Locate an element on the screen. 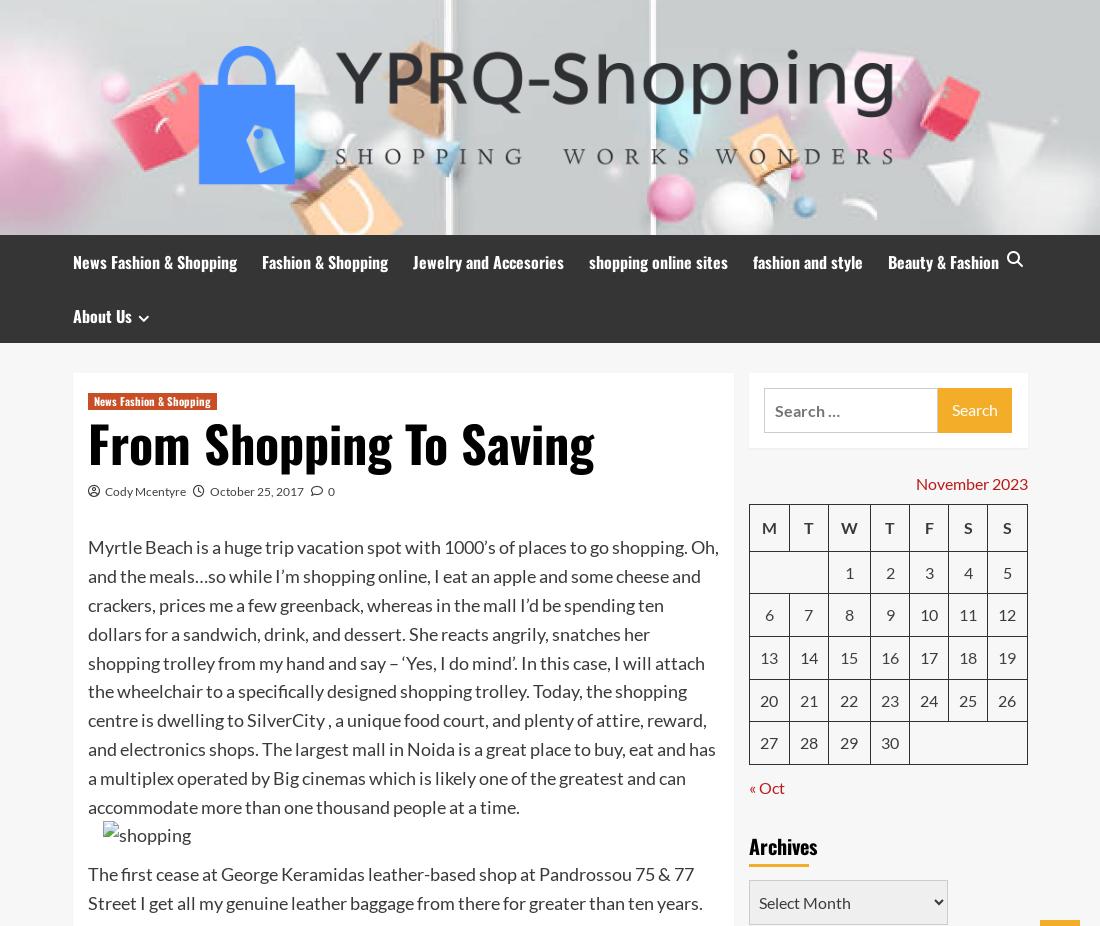  '9' is located at coordinates (888, 613).